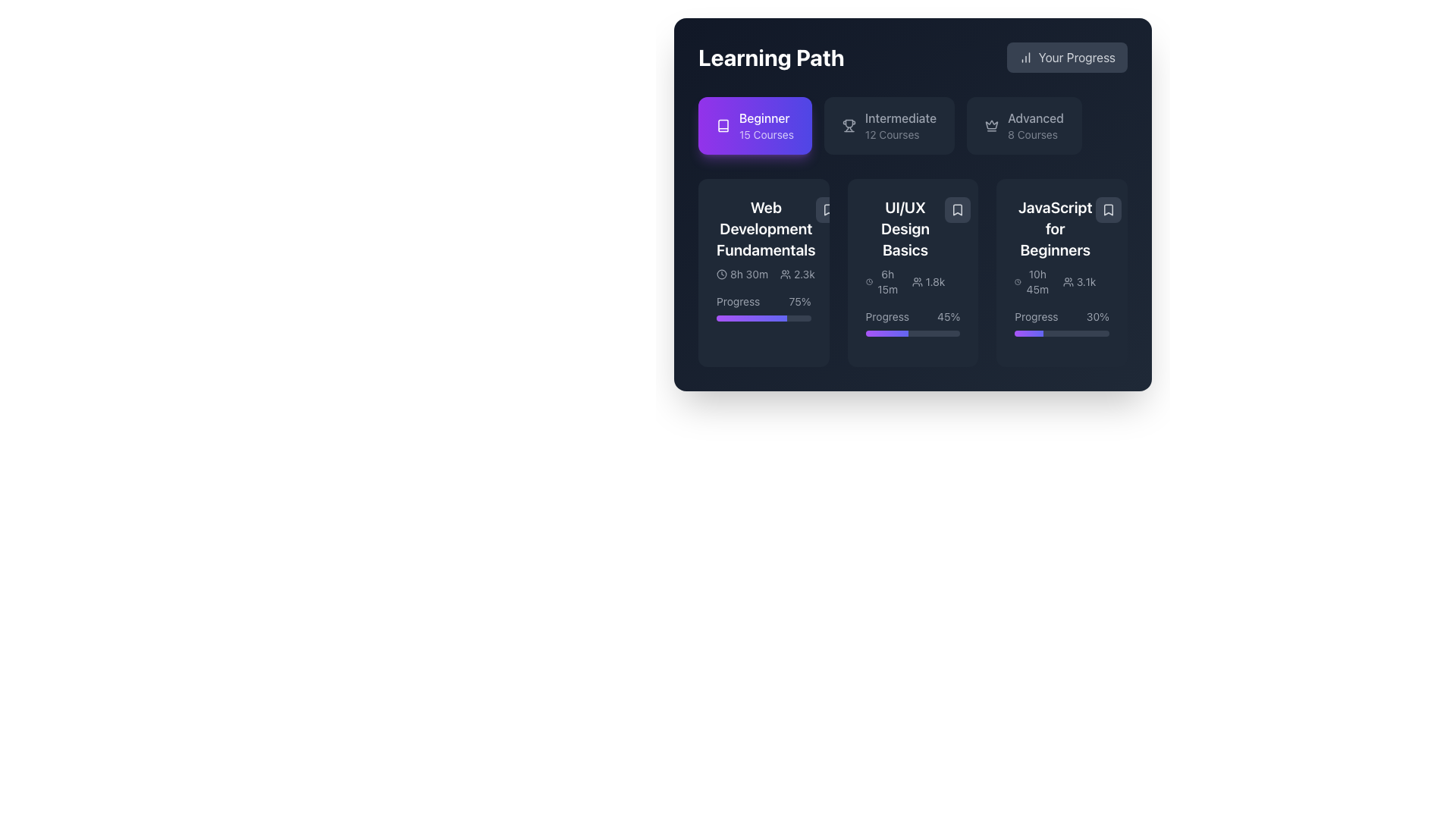 This screenshot has height=819, width=1456. What do you see at coordinates (901, 133) in the screenshot?
I see `the text label that displays the number of courses available under the 'Intermediate' category, located directly beneath the 'Intermediate' label` at bounding box center [901, 133].